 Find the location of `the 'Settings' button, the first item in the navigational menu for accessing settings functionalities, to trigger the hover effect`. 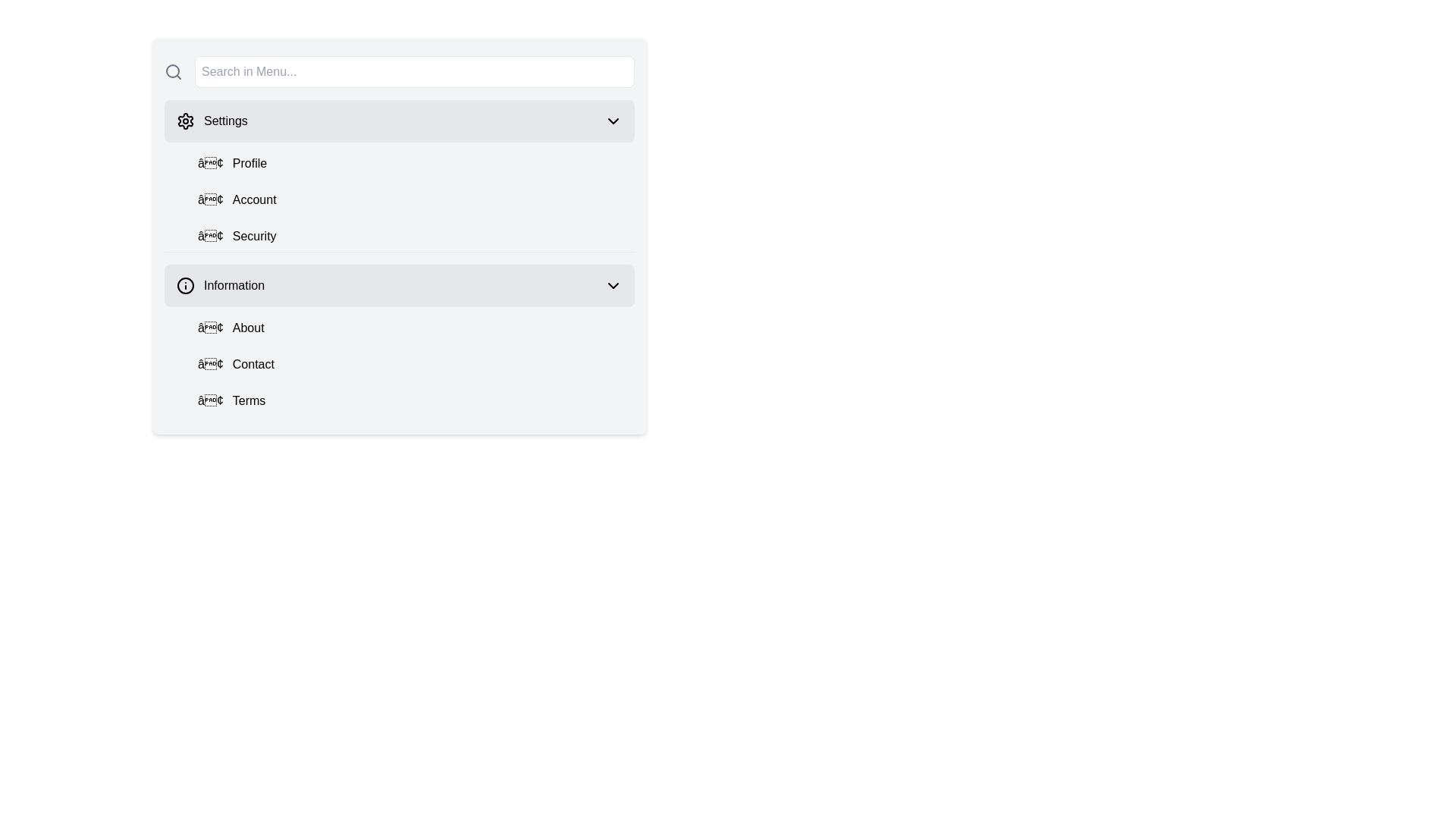

the 'Settings' button, the first item in the navigational menu for accessing settings functionalities, to trigger the hover effect is located at coordinates (400, 120).